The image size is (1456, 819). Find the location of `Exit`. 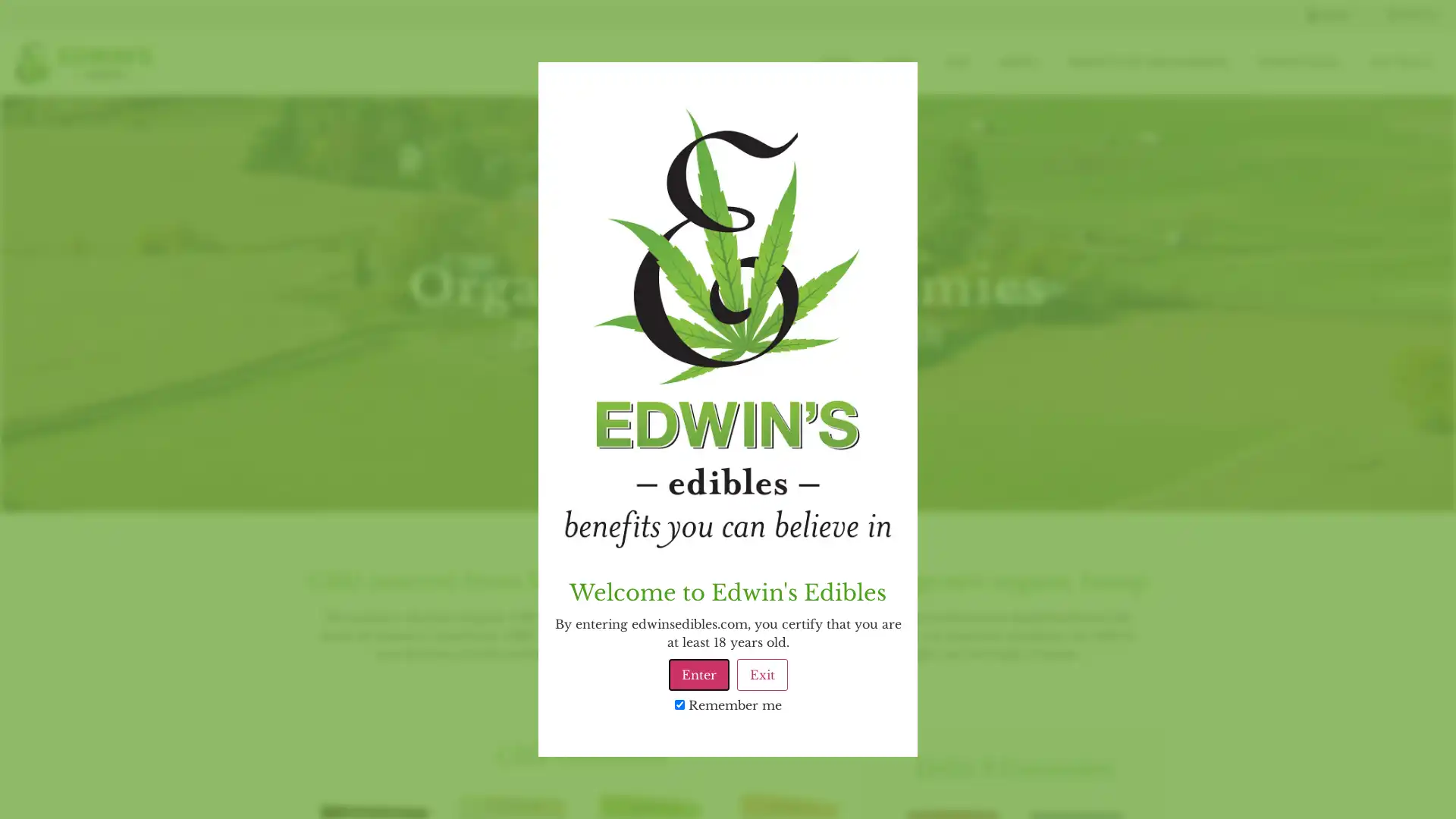

Exit is located at coordinates (761, 674).